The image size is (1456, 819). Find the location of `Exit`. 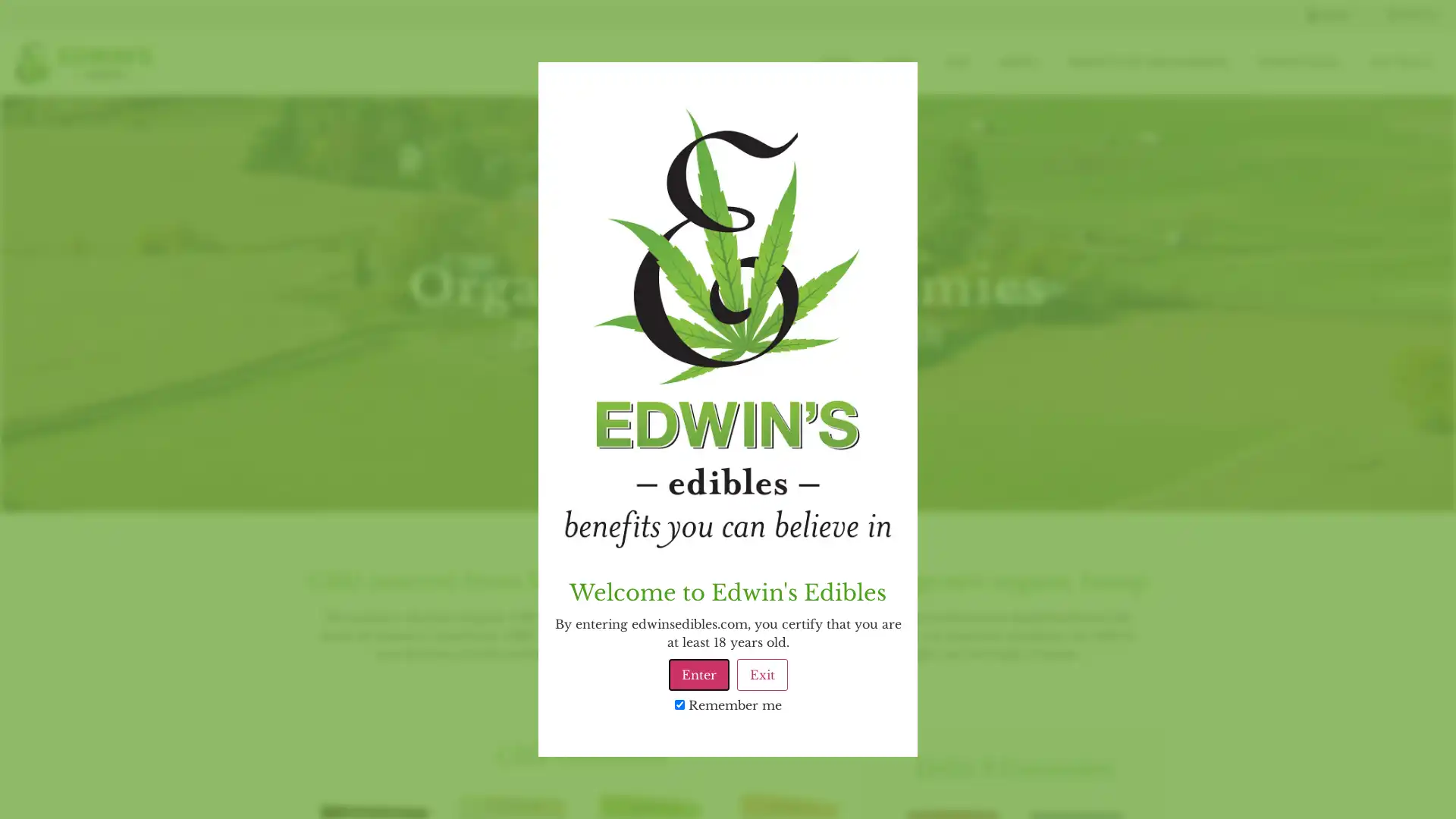

Exit is located at coordinates (761, 674).